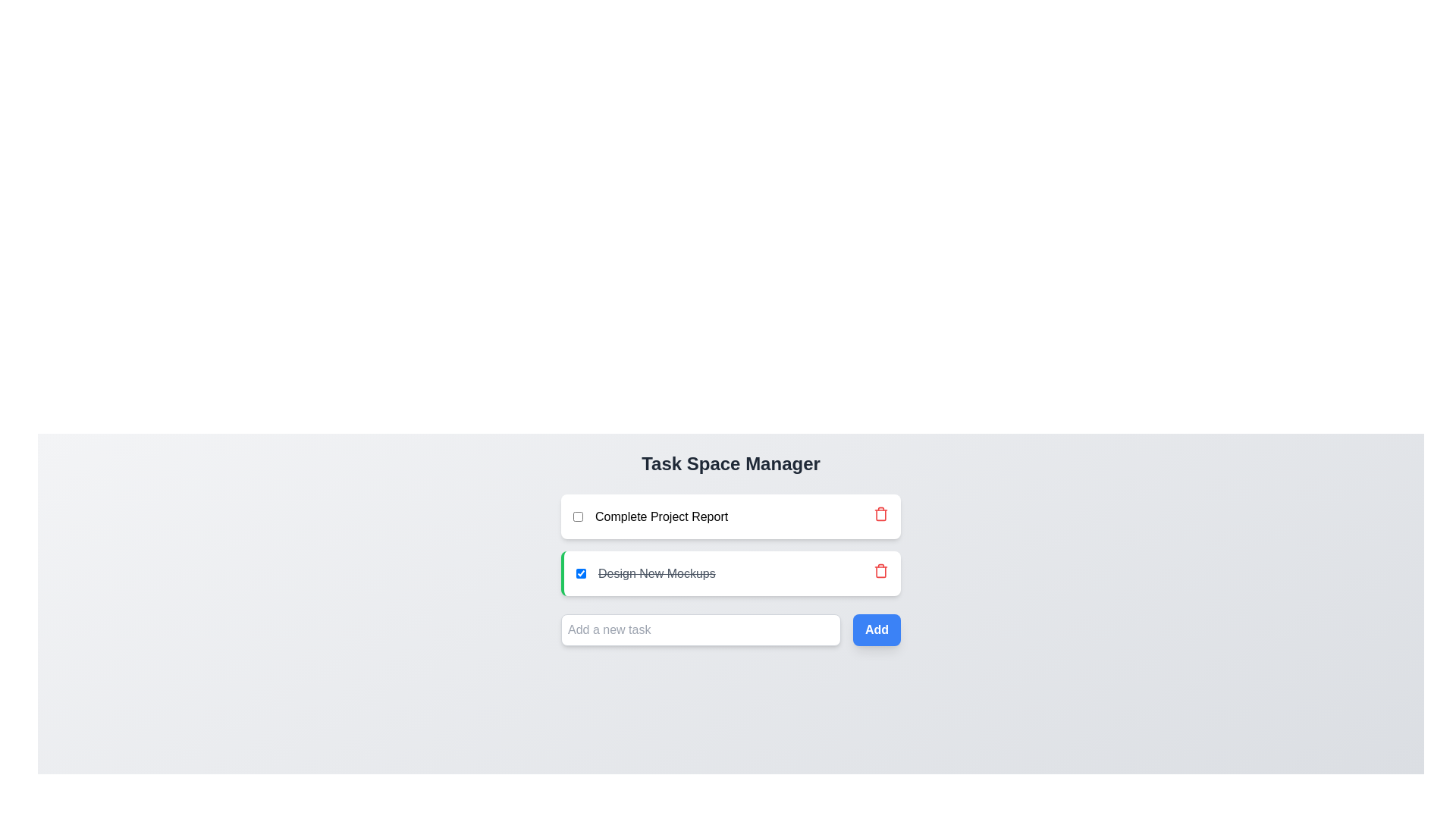 The image size is (1456, 819). Describe the element at coordinates (877, 629) in the screenshot. I see `the blue button labeled 'Add' located at the bottom-right corner of the task input field` at that location.